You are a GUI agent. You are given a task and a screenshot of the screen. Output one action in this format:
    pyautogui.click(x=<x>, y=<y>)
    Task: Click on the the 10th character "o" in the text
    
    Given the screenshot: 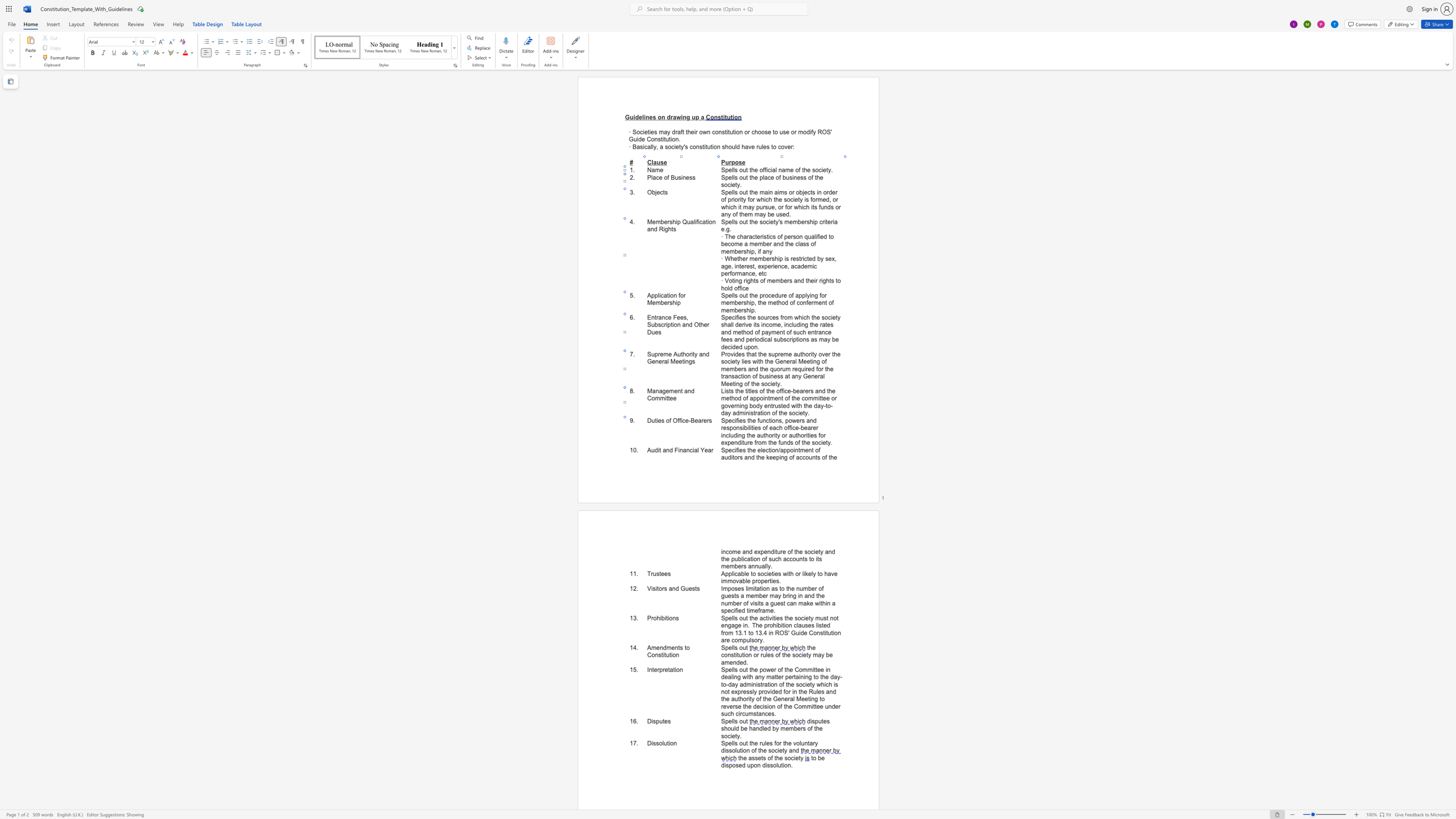 What is the action you would take?
    pyautogui.click(x=754, y=406)
    